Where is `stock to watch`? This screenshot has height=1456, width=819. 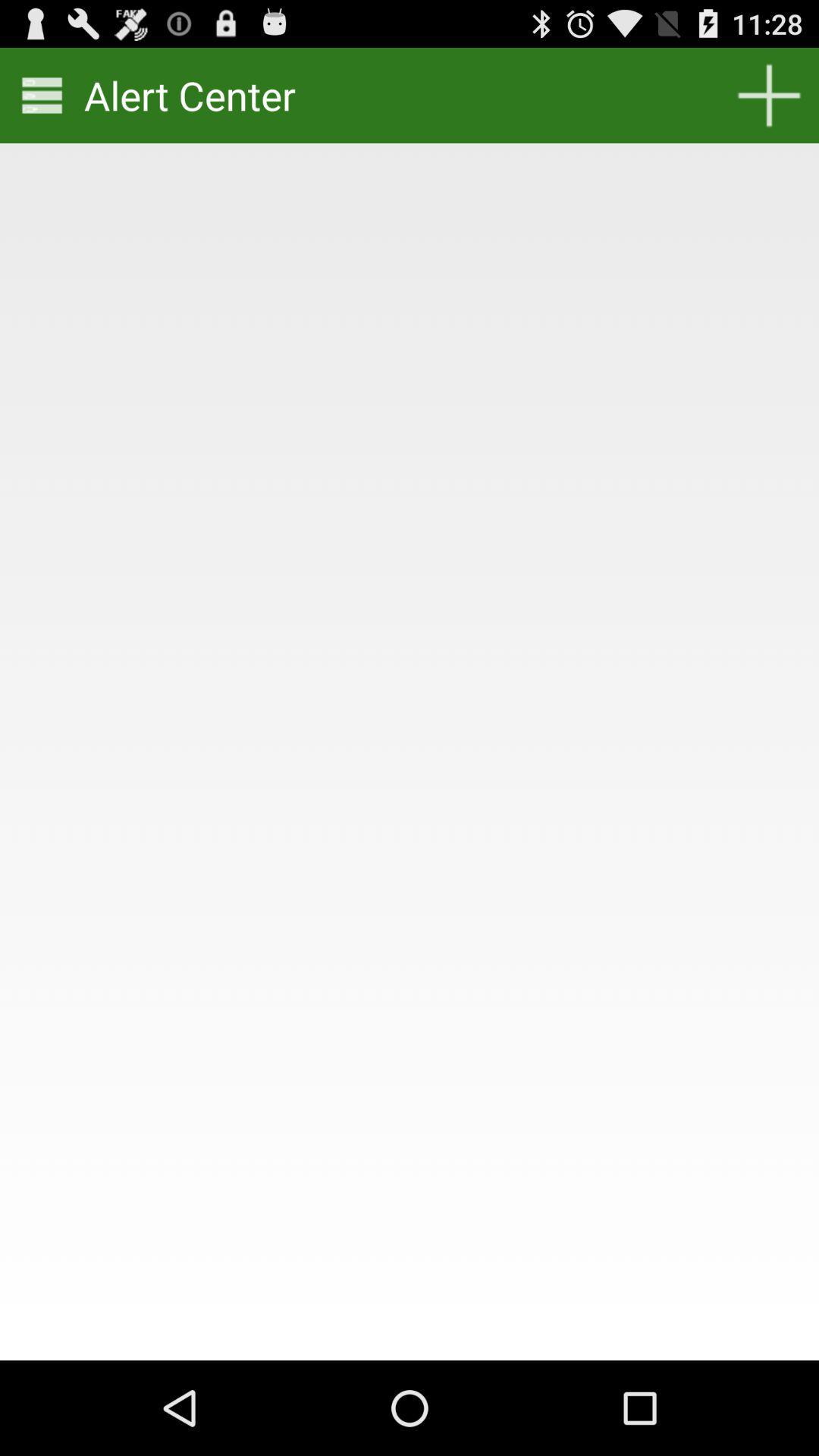 stock to watch is located at coordinates (769, 94).